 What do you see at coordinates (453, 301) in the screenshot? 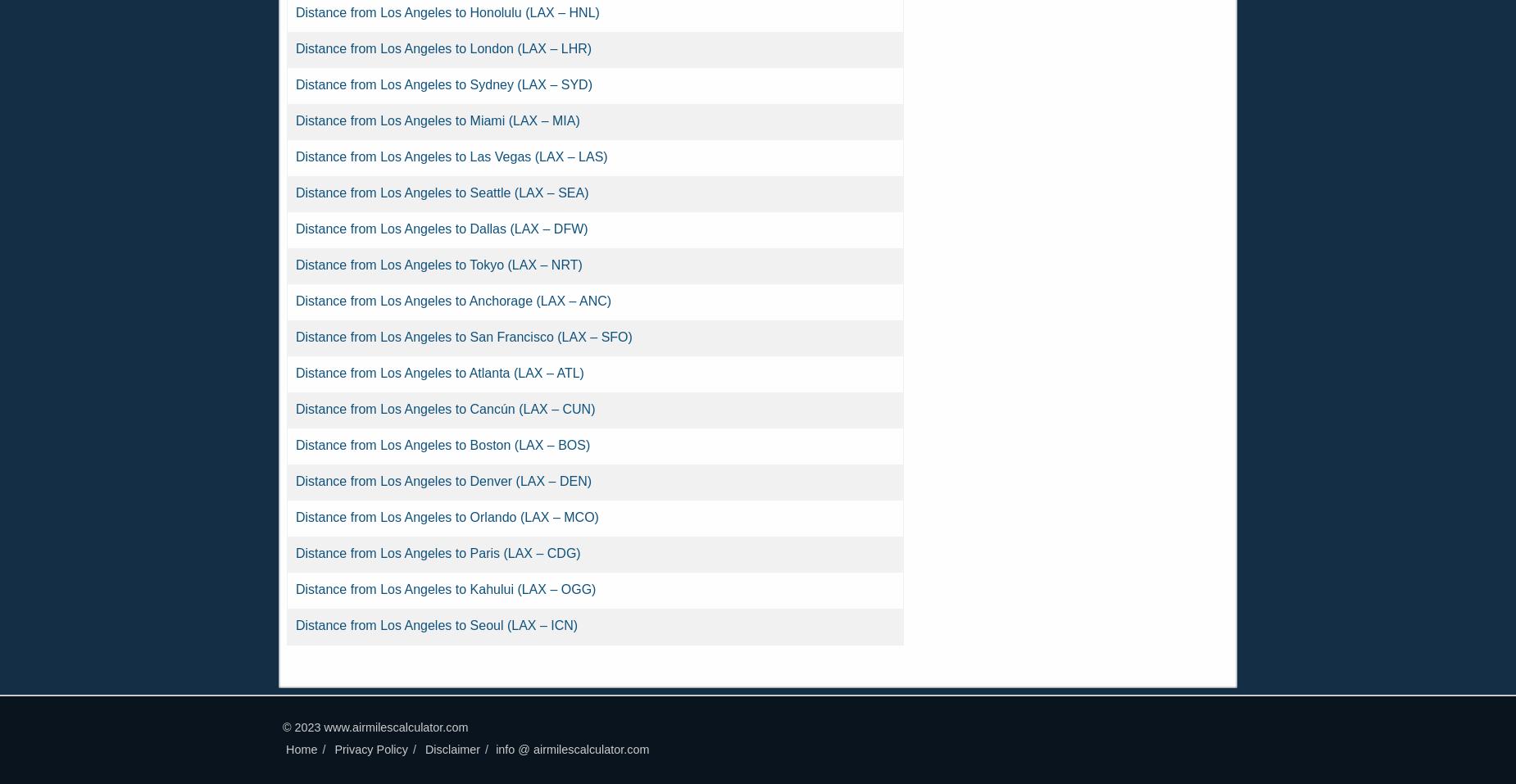
I see `'Distance from Los Angeles to Anchorage (LAX – ANC)'` at bounding box center [453, 301].